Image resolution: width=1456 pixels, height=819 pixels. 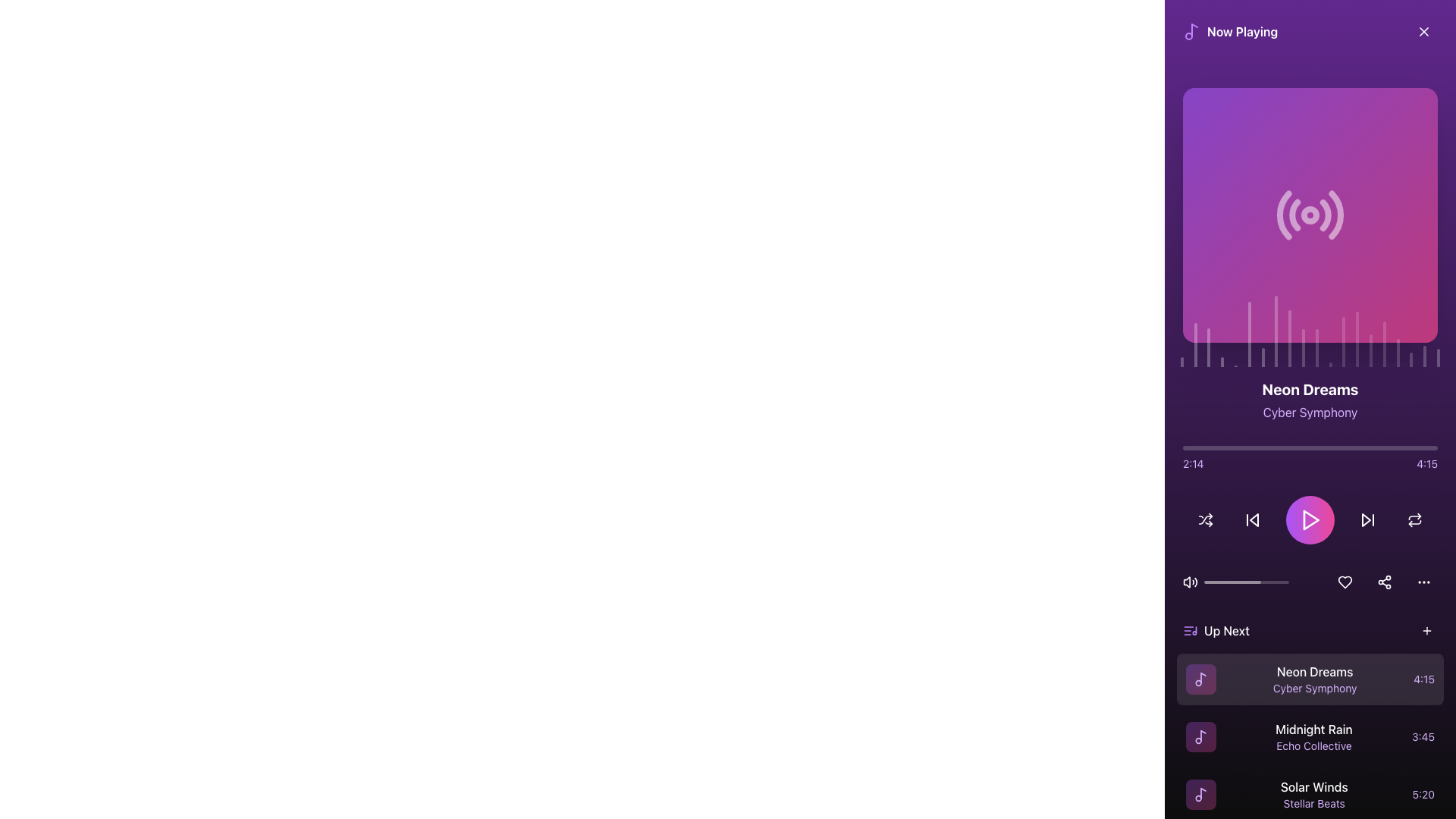 What do you see at coordinates (1252, 519) in the screenshot?
I see `the backward skip button, which is a small button with a dark purple background and a white backward skip icon, located in the lower section of the music player interface` at bounding box center [1252, 519].